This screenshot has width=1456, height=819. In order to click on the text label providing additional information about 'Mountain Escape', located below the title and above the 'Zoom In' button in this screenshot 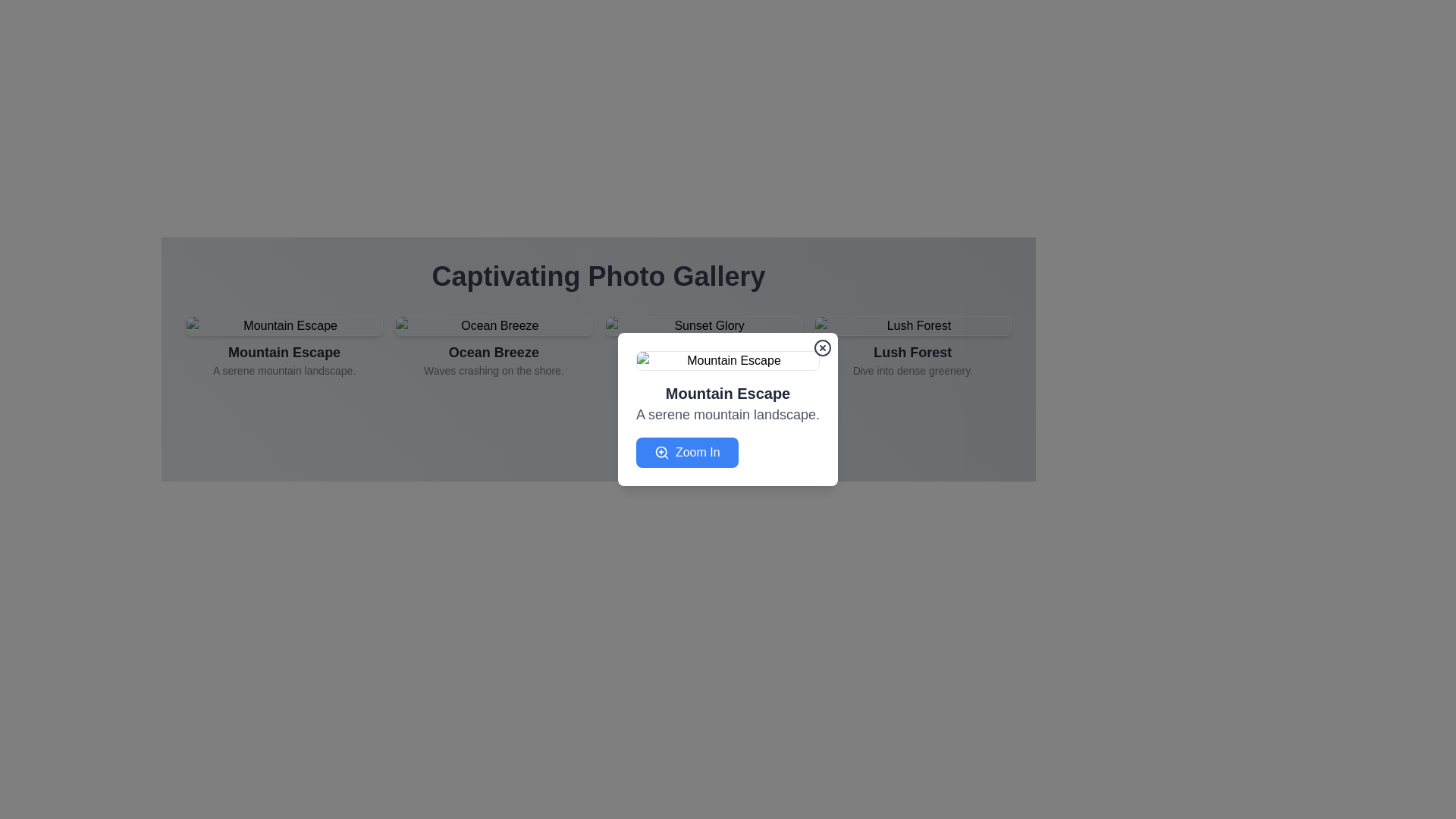, I will do `click(728, 415)`.